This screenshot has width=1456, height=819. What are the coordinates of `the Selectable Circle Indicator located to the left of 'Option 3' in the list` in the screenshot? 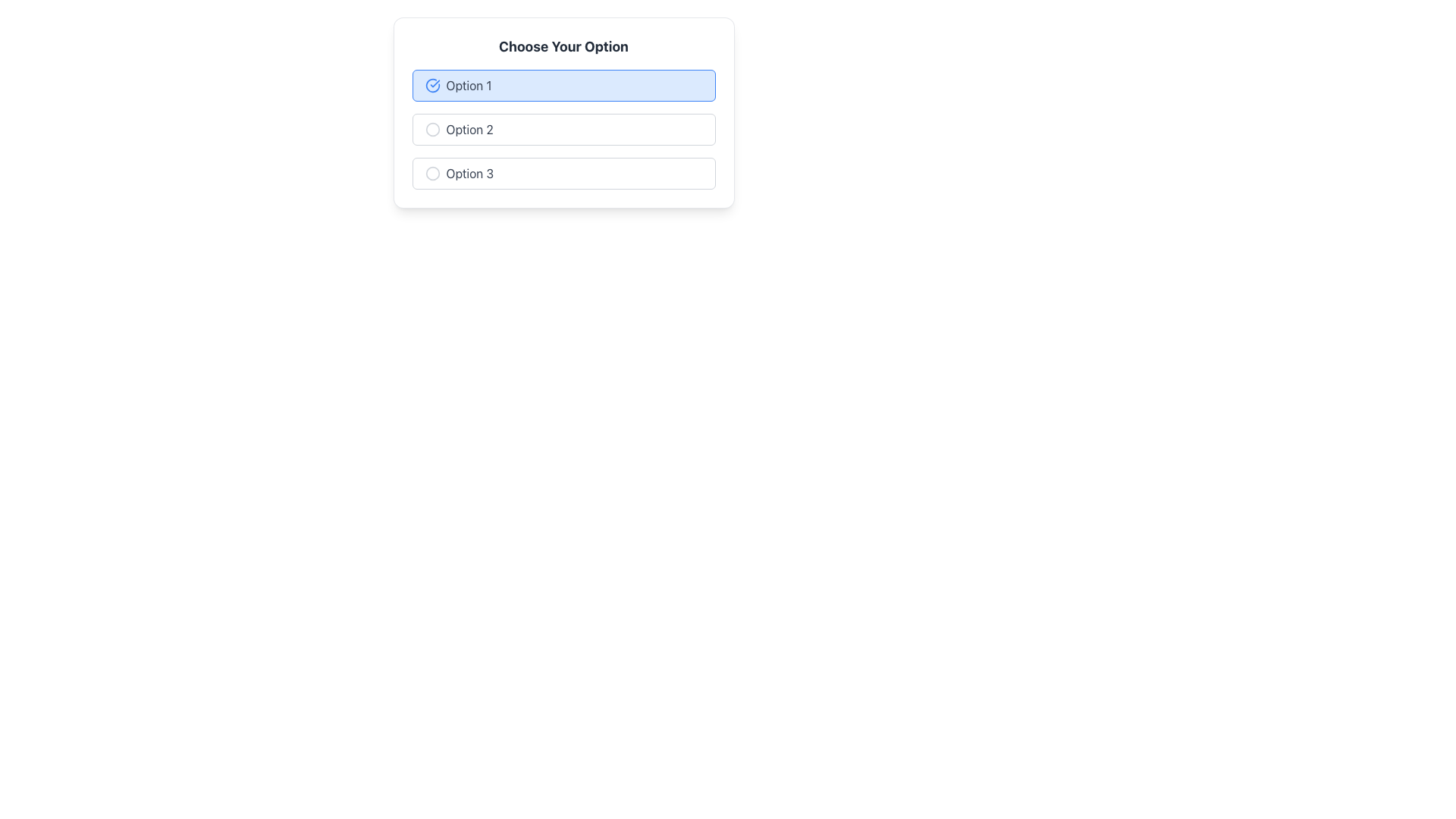 It's located at (431, 172).